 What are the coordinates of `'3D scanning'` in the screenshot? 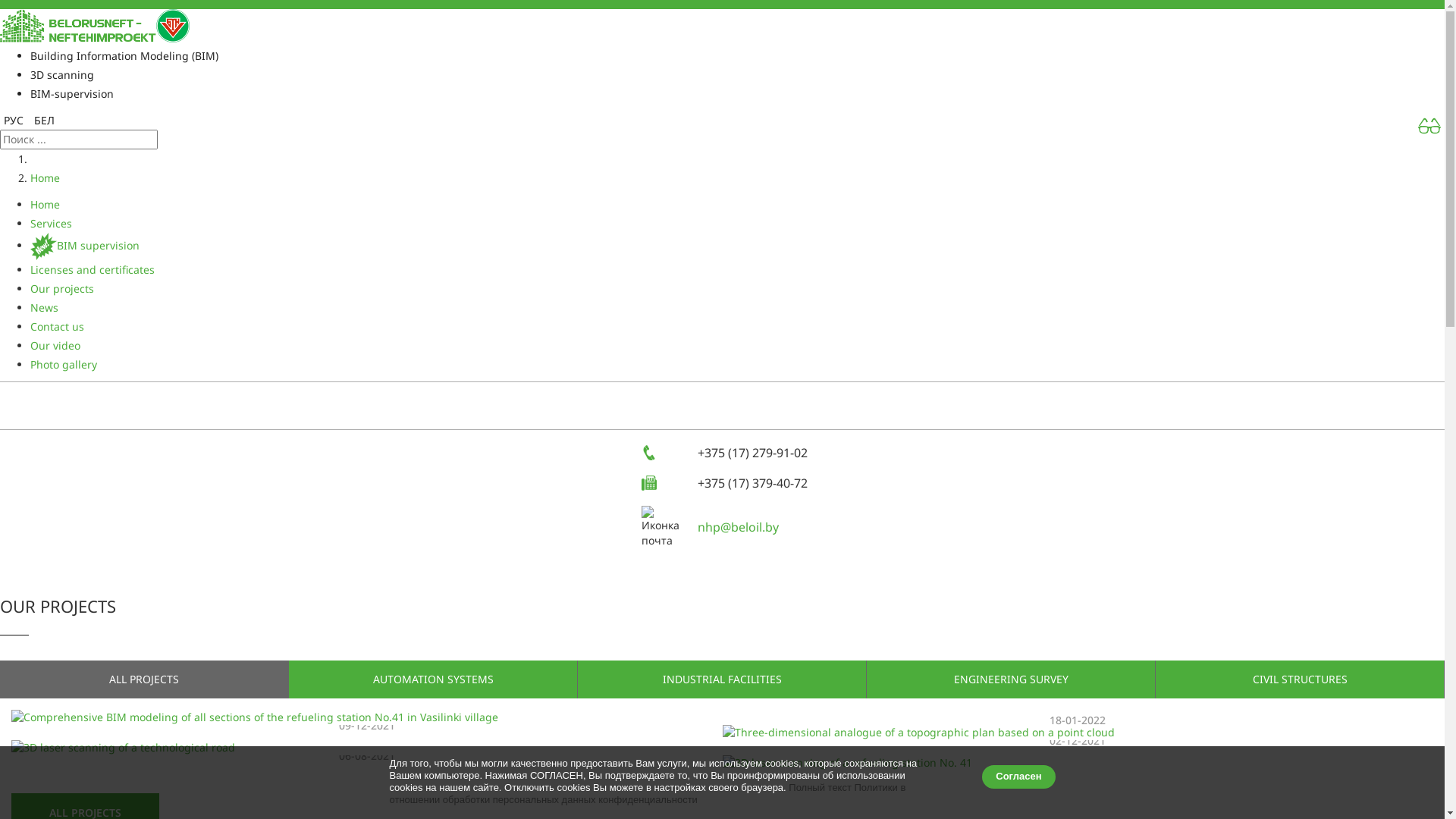 It's located at (30, 74).